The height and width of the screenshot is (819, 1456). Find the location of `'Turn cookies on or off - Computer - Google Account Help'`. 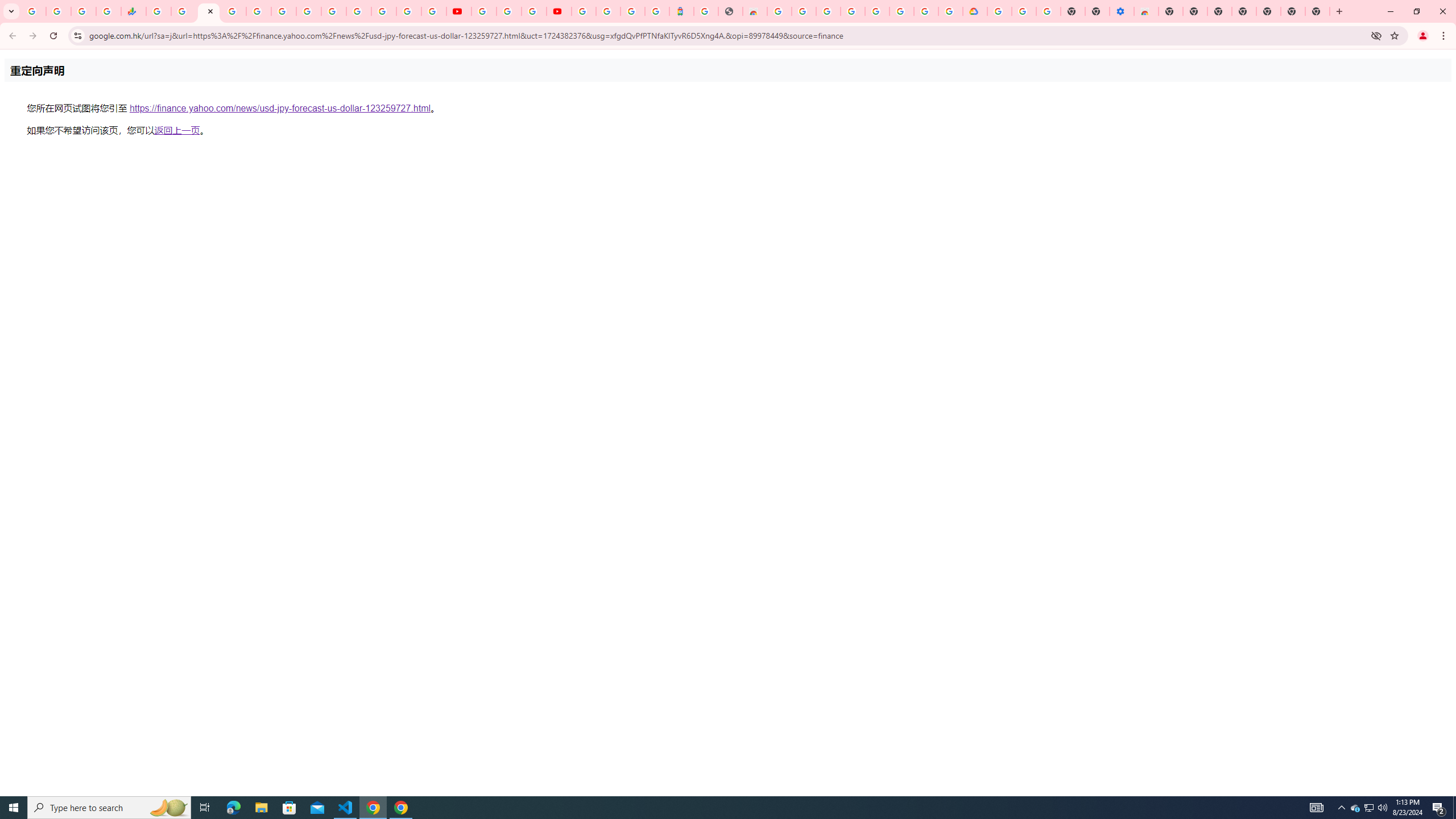

'Turn cookies on or off - Computer - Google Account Help' is located at coordinates (1048, 11).